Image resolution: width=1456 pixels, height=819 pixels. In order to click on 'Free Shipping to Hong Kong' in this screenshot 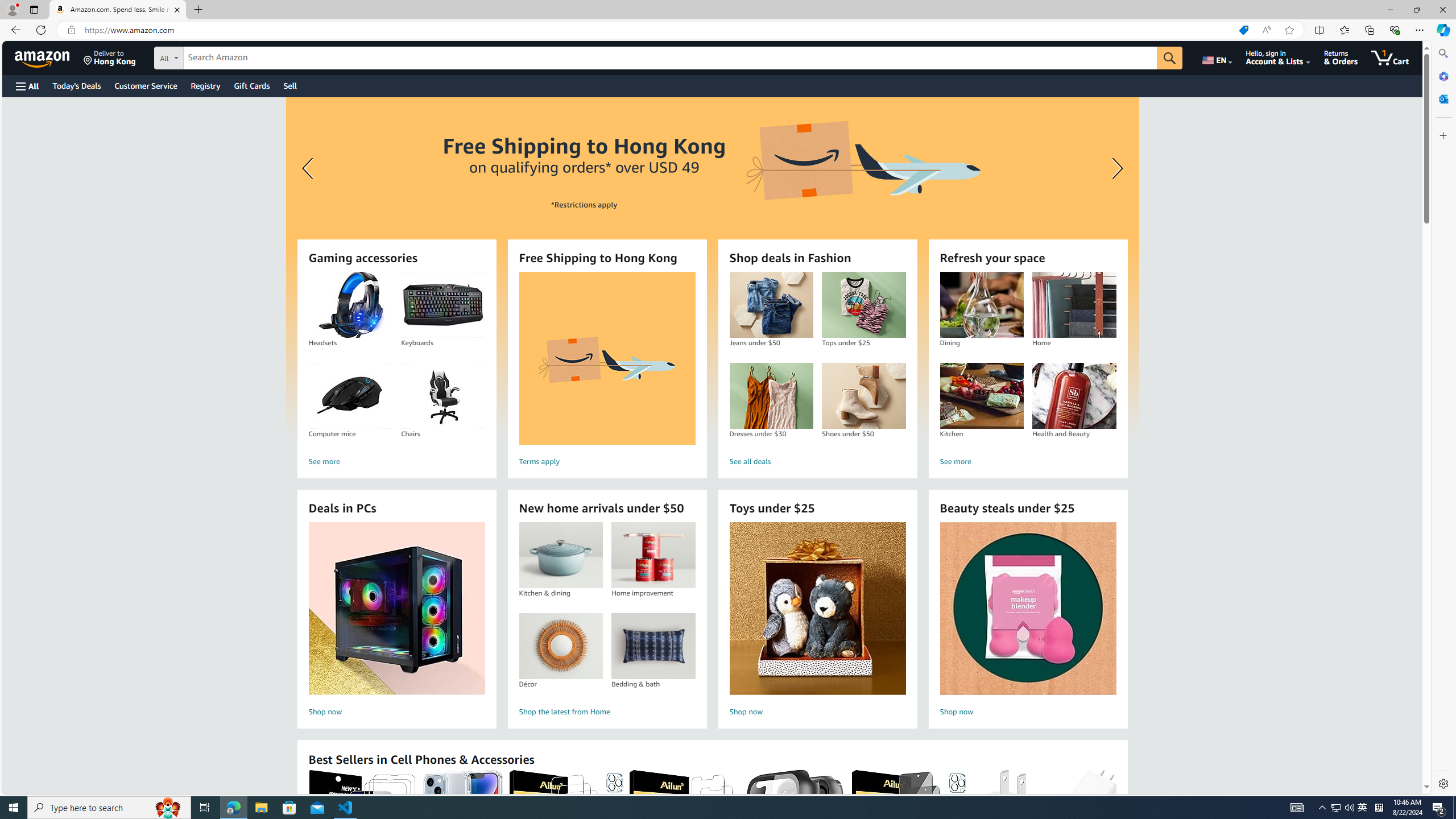, I will do `click(607, 358)`.